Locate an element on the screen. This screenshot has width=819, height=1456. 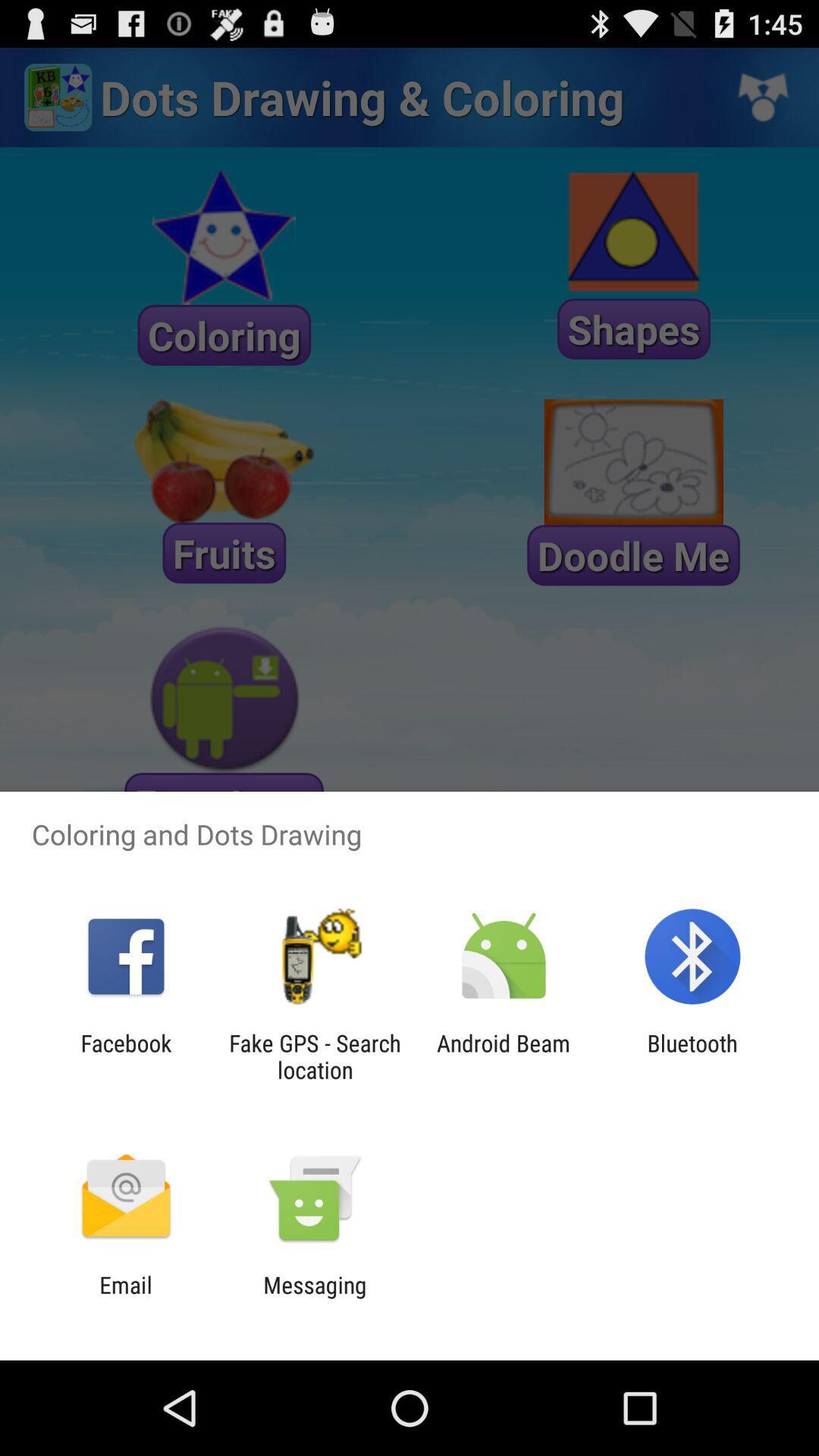
icon to the right of fake gps search icon is located at coordinates (504, 1056).